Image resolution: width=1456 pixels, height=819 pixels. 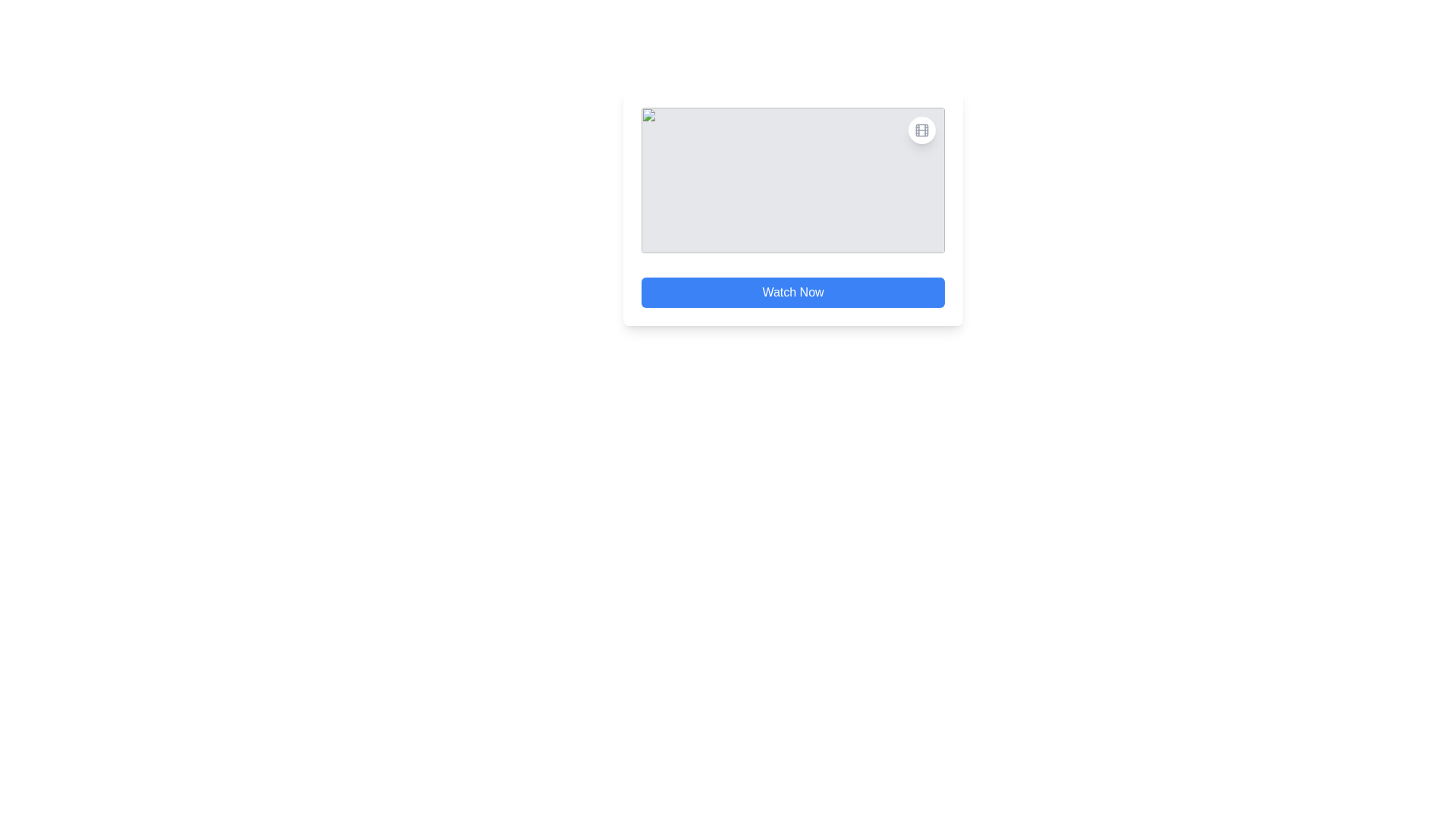 What do you see at coordinates (921, 130) in the screenshot?
I see `the circular button with a white background and a film reel icon located at the top-right corner of the gray rectangular card` at bounding box center [921, 130].